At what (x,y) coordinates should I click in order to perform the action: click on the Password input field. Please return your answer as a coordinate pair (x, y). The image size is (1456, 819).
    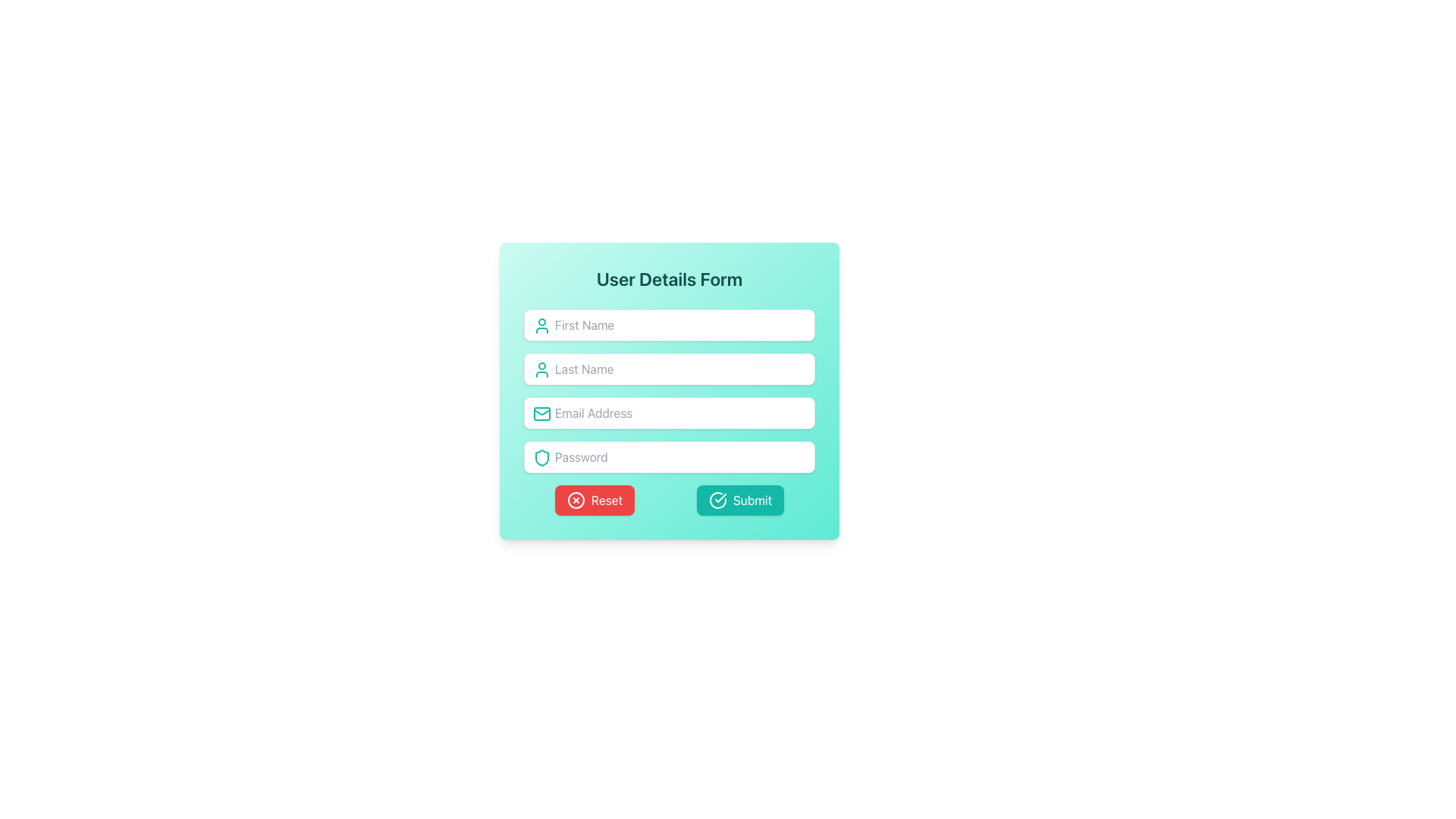
    Looking at the image, I should click on (669, 456).